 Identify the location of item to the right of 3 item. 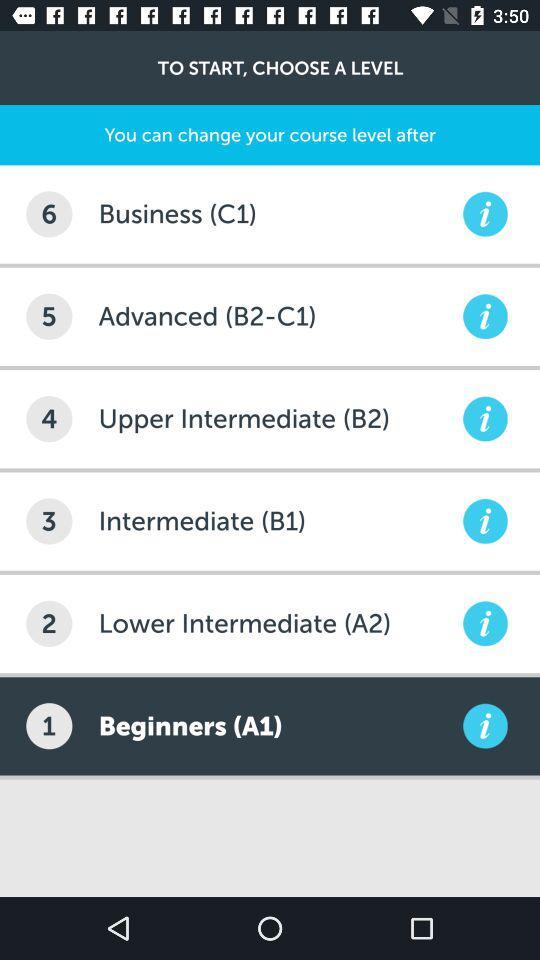
(277, 520).